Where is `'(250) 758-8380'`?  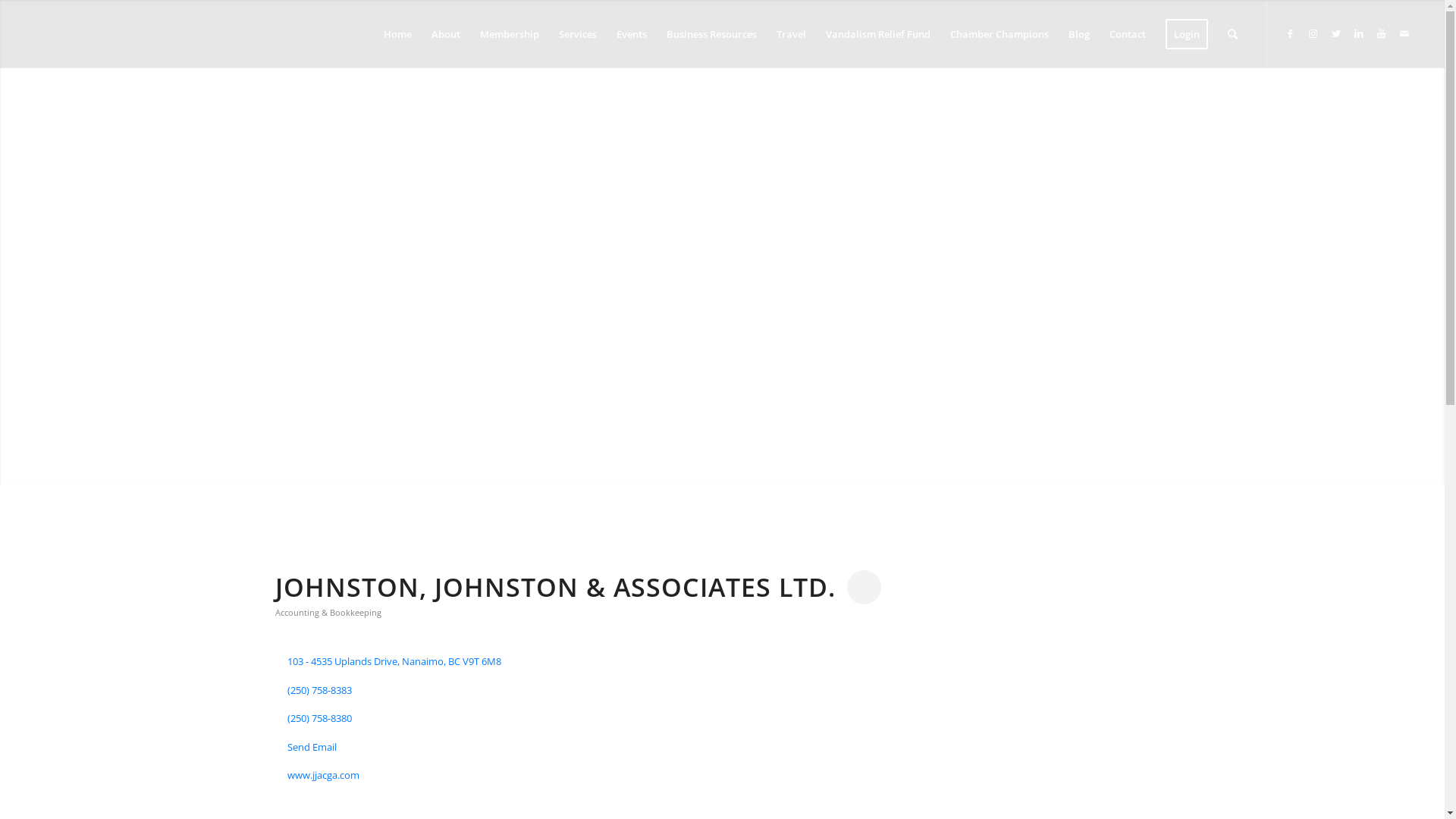
'(250) 758-8380' is located at coordinates (287, 718).